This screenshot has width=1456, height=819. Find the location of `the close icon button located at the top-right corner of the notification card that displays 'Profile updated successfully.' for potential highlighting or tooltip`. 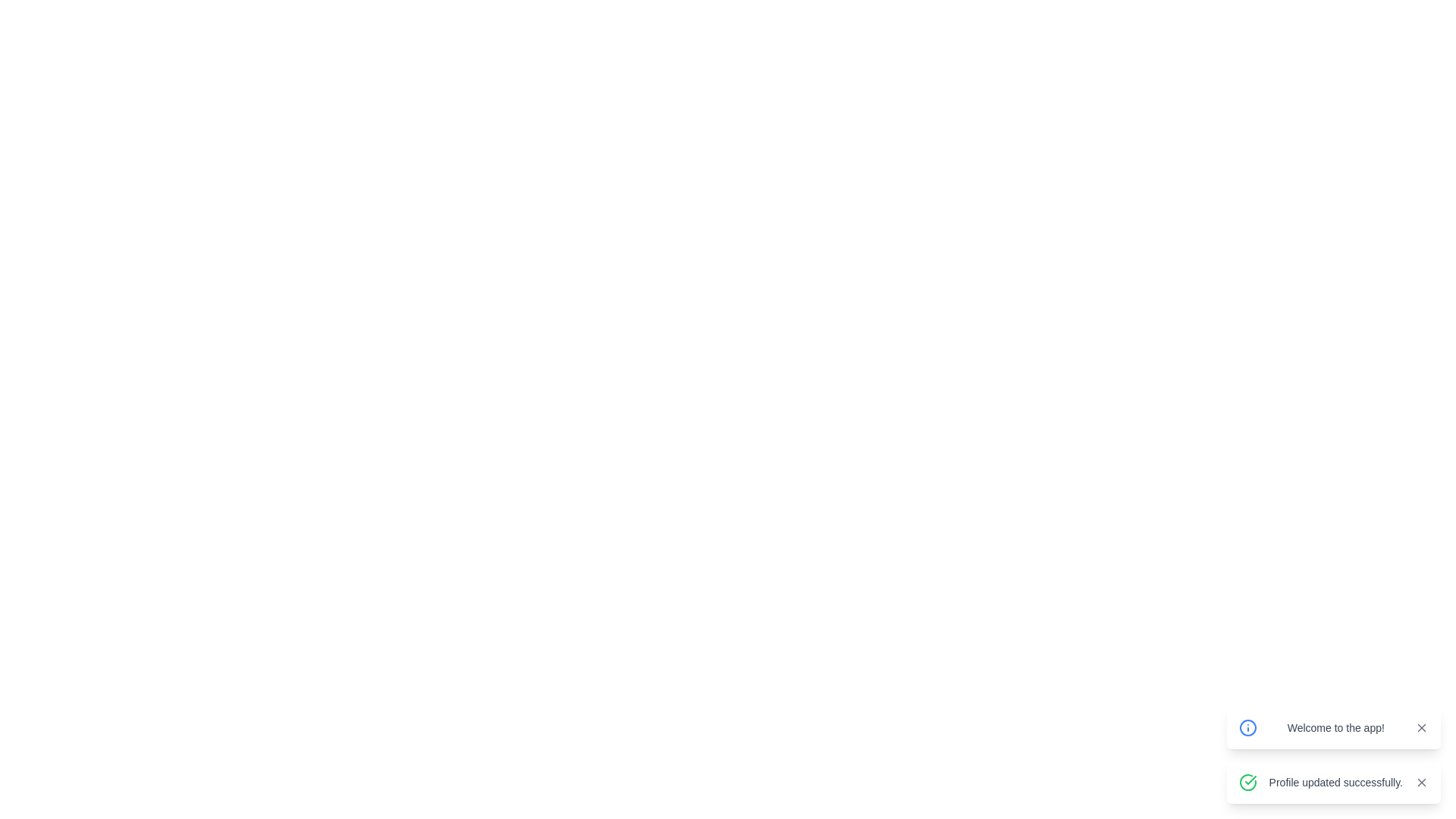

the close icon button located at the top-right corner of the notification card that displays 'Profile updated successfully.' for potential highlighting or tooltip is located at coordinates (1421, 783).